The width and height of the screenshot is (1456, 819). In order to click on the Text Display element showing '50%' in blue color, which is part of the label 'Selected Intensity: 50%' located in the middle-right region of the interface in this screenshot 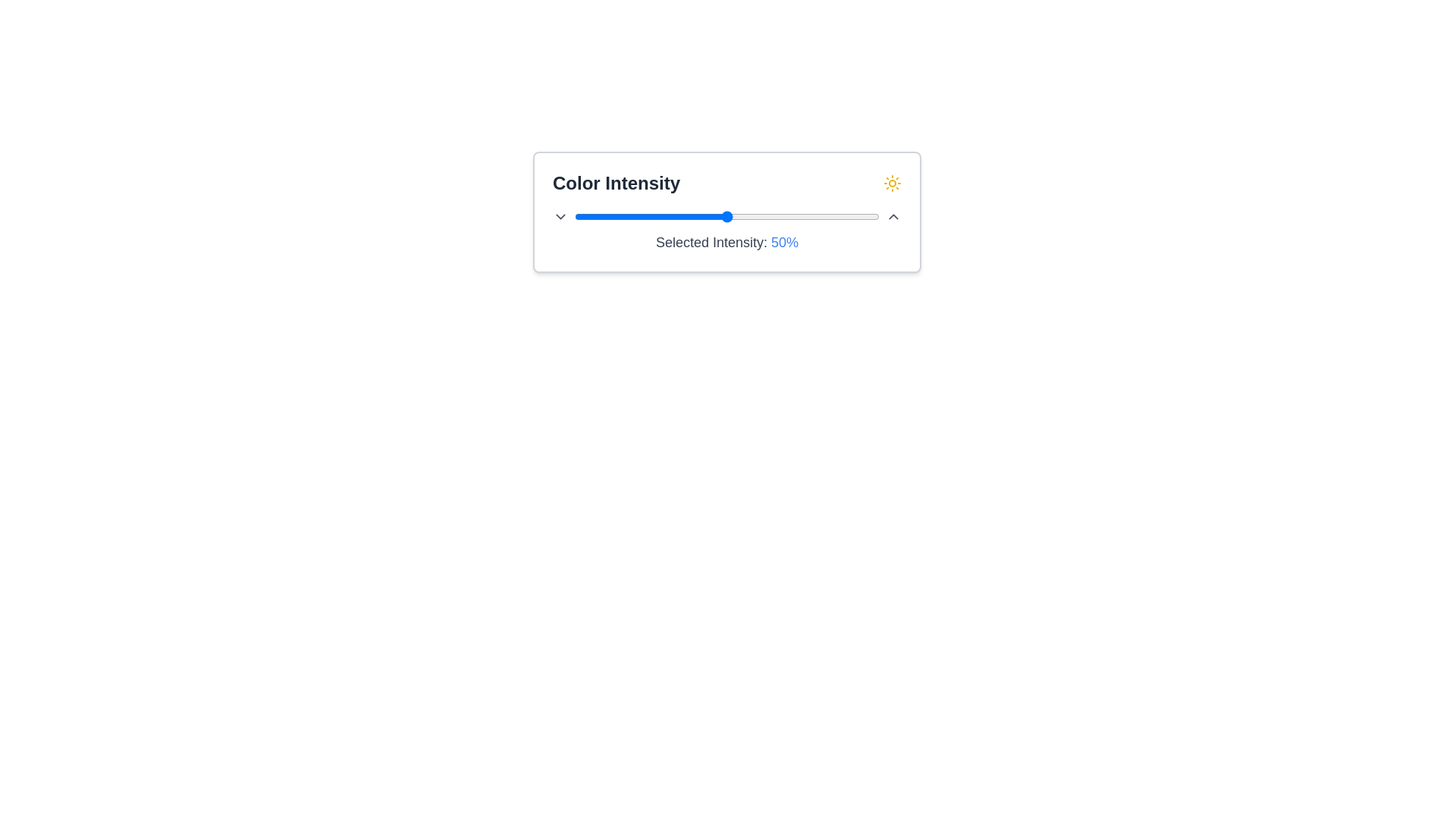, I will do `click(785, 242)`.